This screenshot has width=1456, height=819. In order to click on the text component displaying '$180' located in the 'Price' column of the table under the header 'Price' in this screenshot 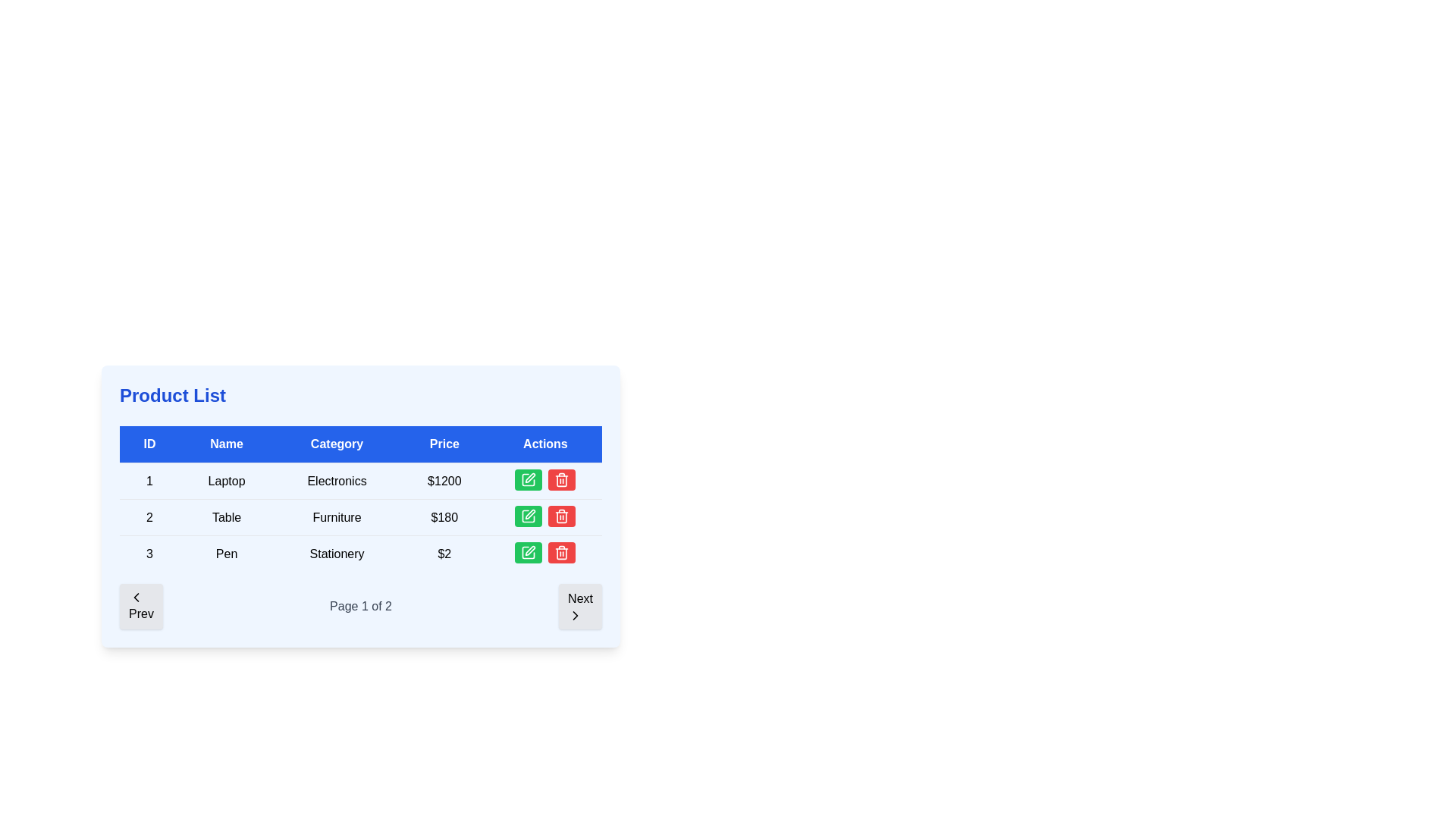, I will do `click(444, 516)`.